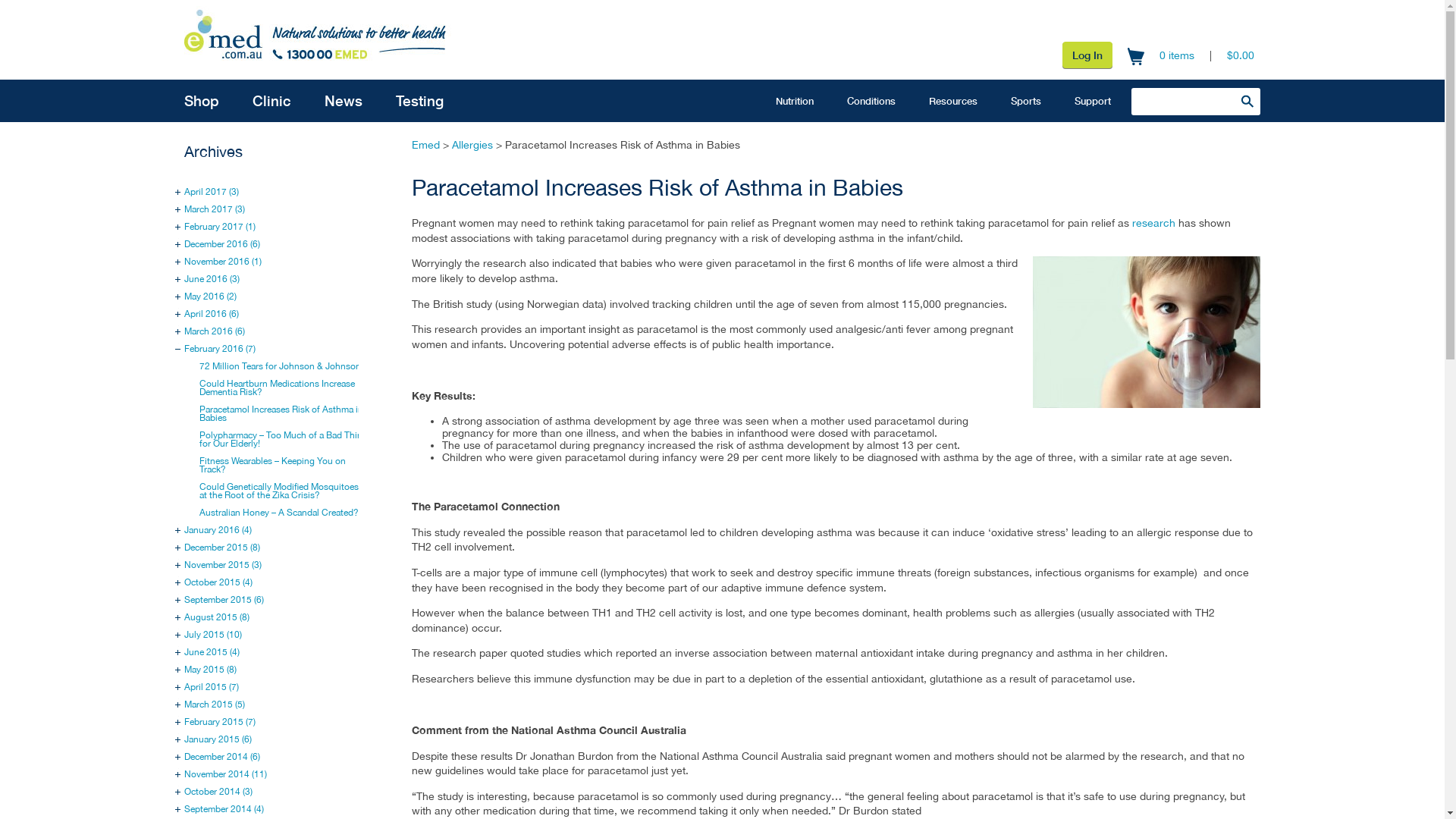 The height and width of the screenshot is (819, 1456). What do you see at coordinates (1057, 100) in the screenshot?
I see `'Support'` at bounding box center [1057, 100].